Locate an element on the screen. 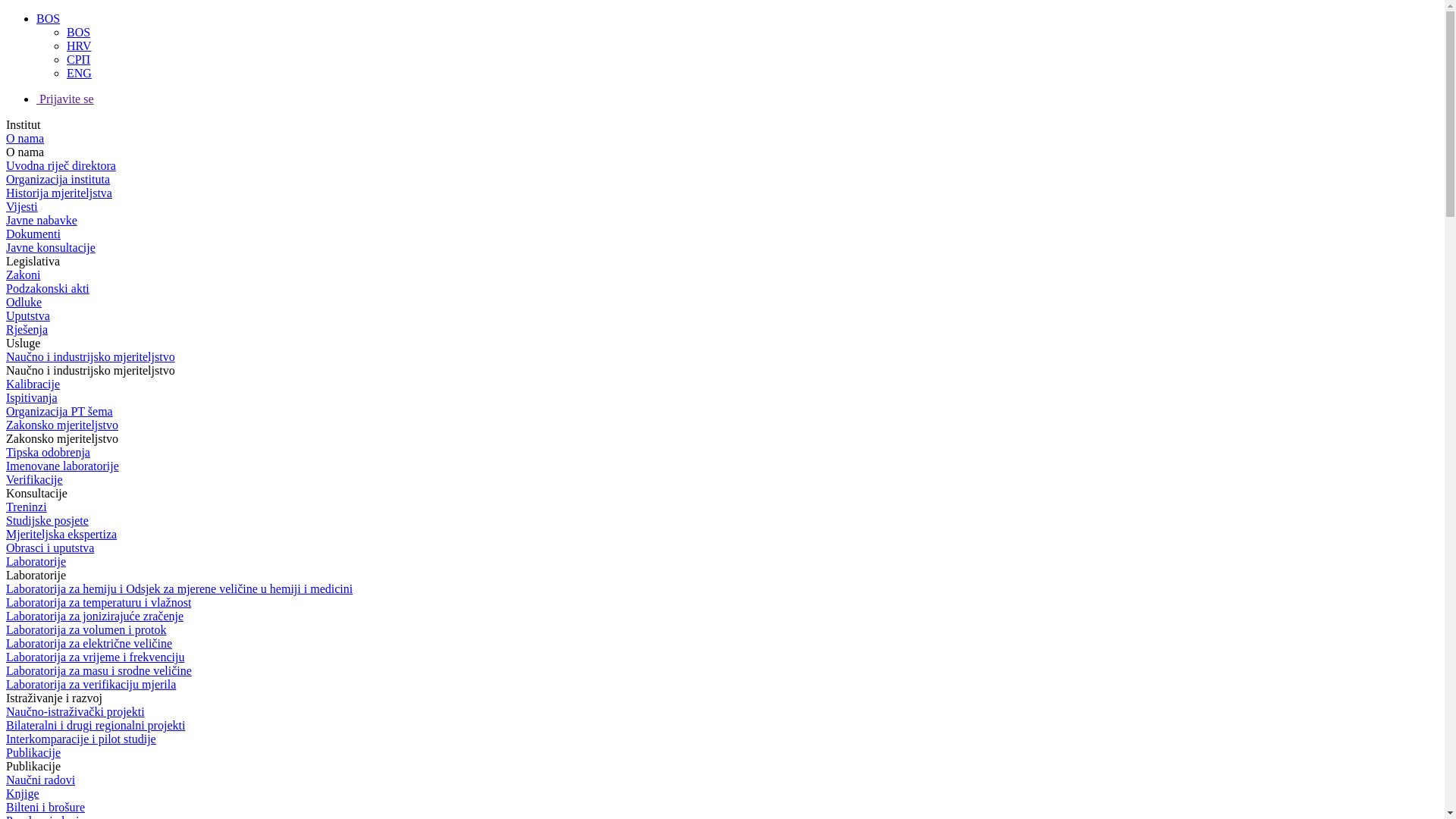 This screenshot has height=819, width=1456. 'BOS' is located at coordinates (77, 32).